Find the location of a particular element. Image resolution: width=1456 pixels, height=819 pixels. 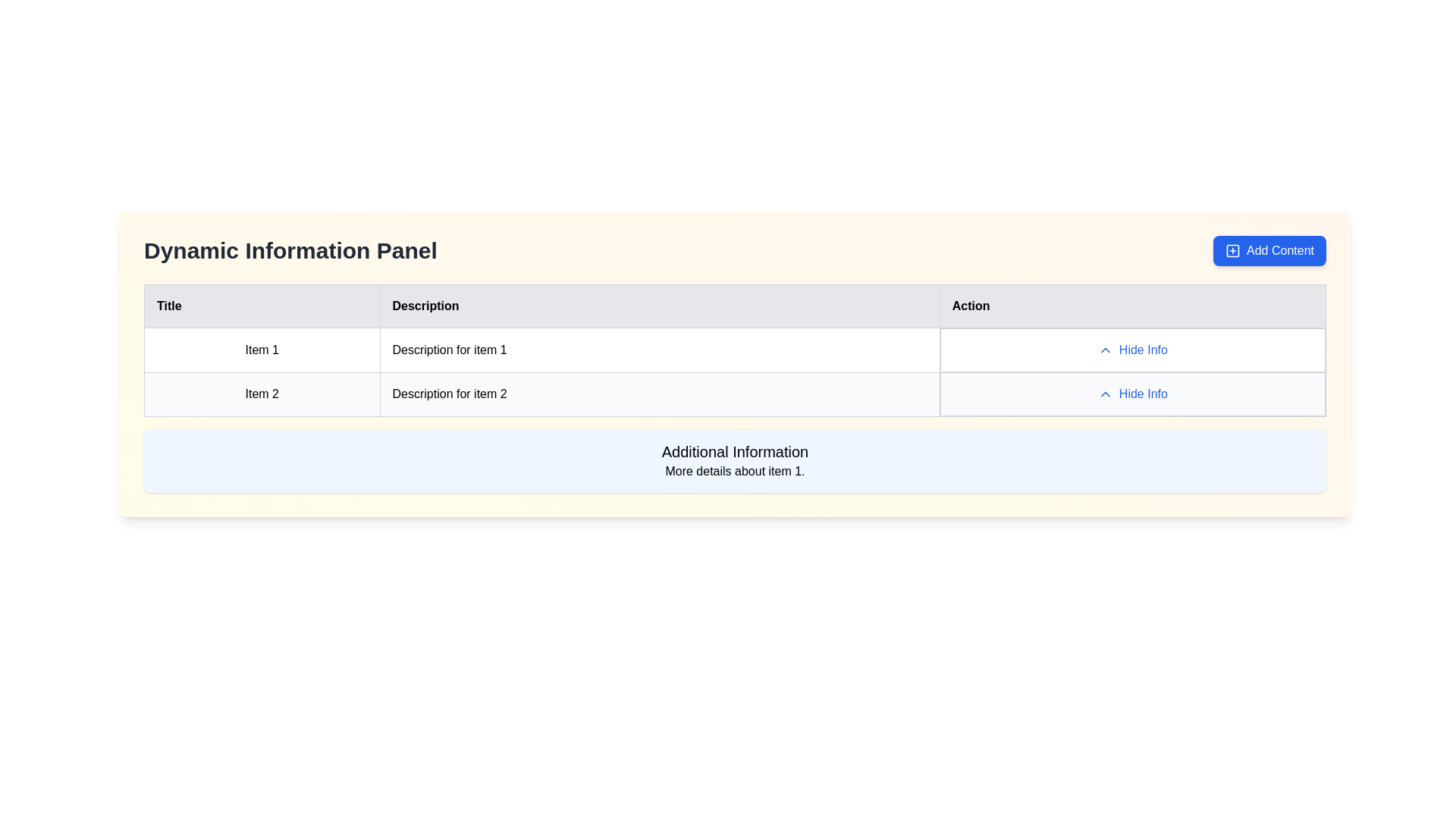

text content of the Text Label displaying 'Item 2', which is located in the second row of a table under the 'Title' column is located at coordinates (262, 394).